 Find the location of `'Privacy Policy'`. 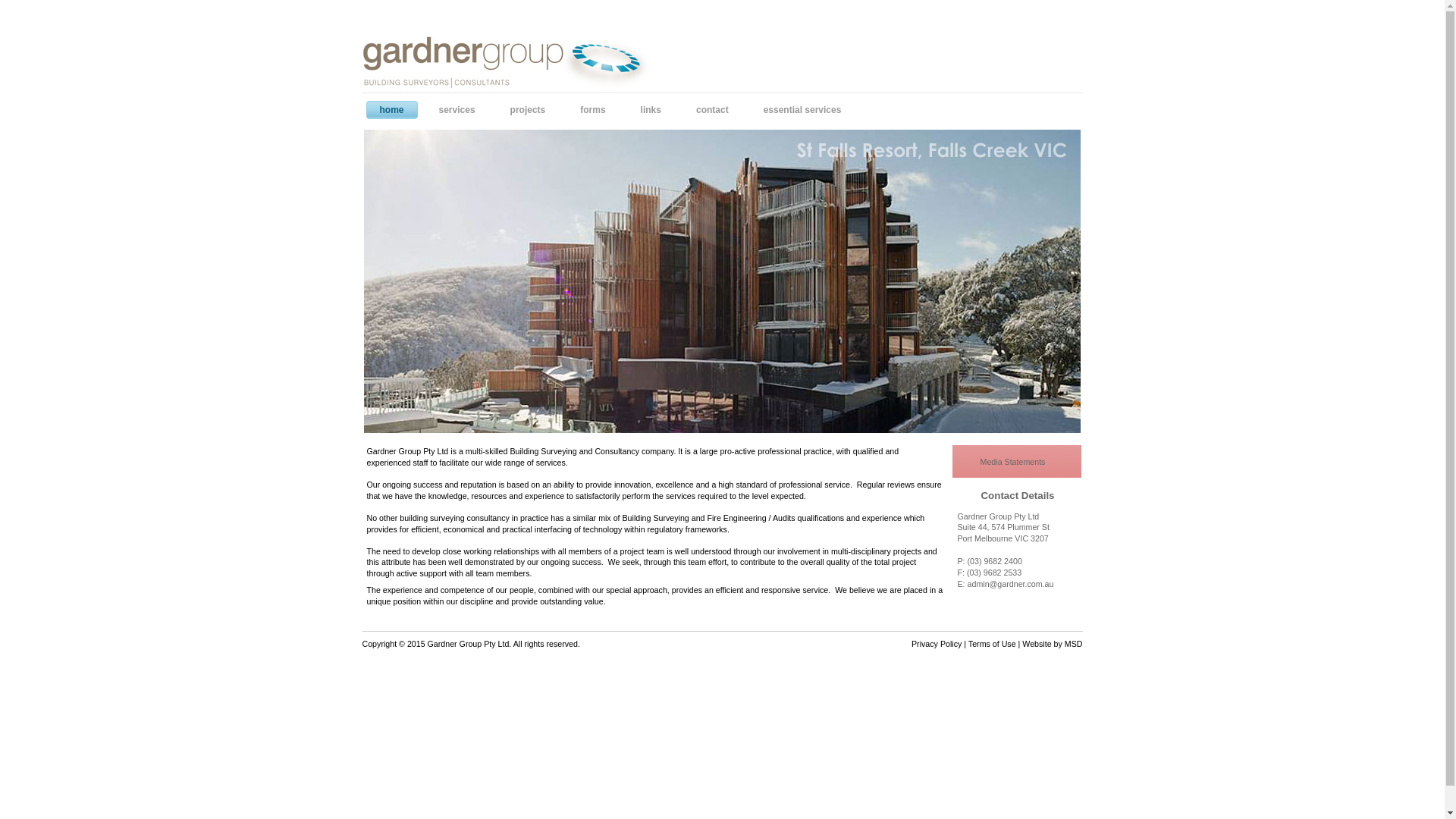

'Privacy Policy' is located at coordinates (910, 643).